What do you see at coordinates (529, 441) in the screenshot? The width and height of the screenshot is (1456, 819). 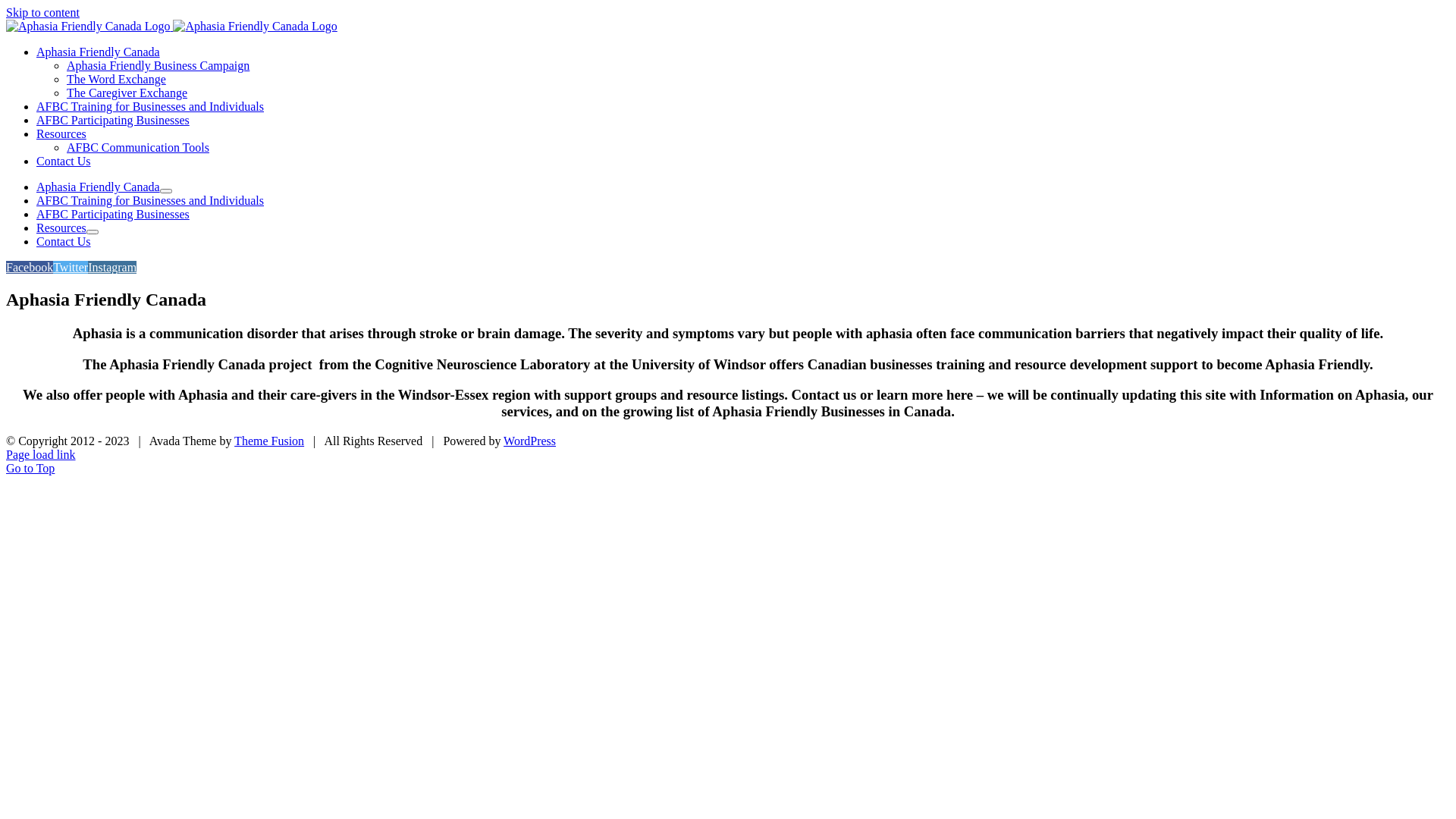 I see `'WordPress'` at bounding box center [529, 441].